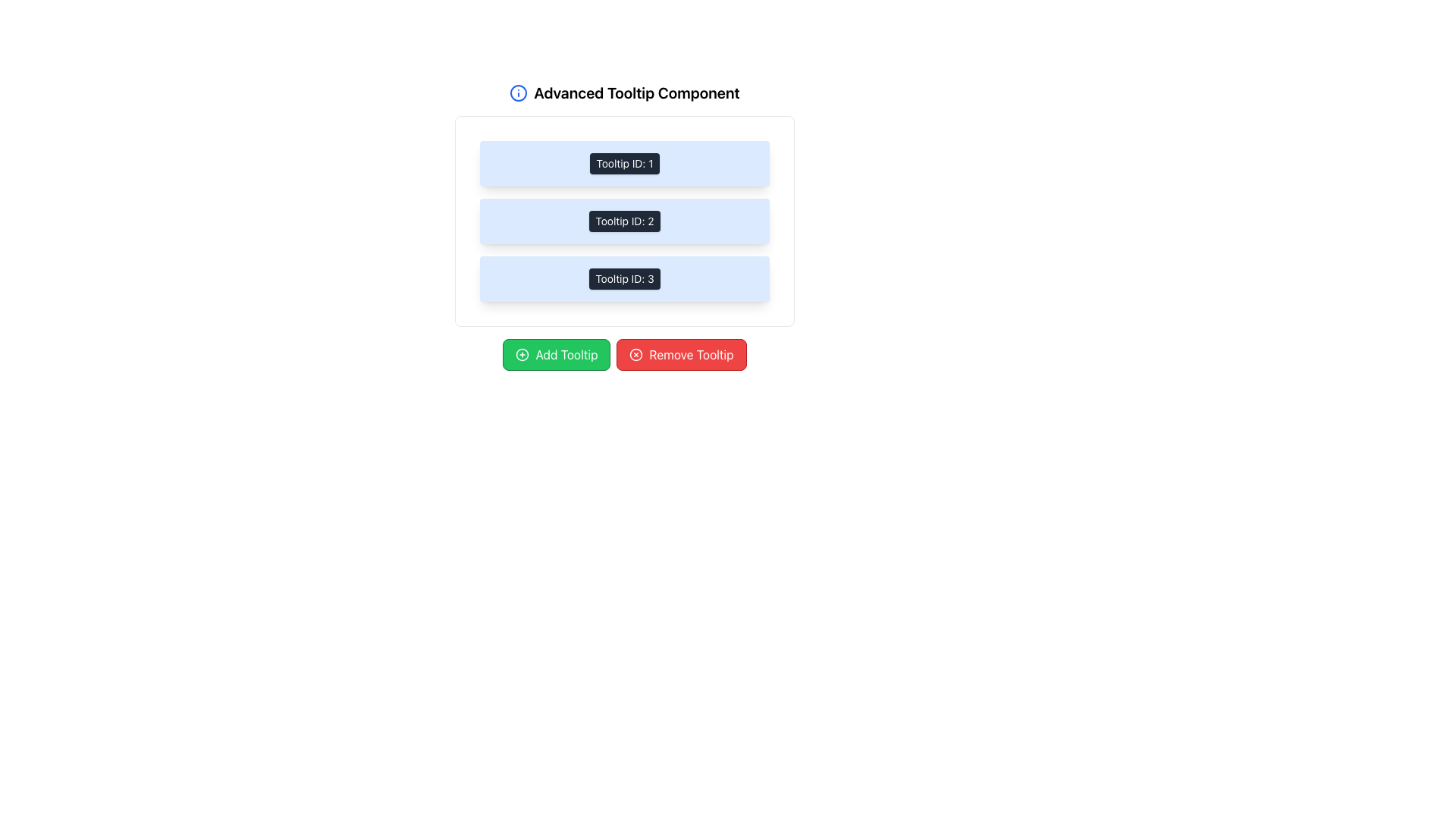  I want to click on the tooltip with the dark gray background displaying 'Tooltip ID: 3', which is the third item in a vertically stacked list of tooltips, so click(625, 278).